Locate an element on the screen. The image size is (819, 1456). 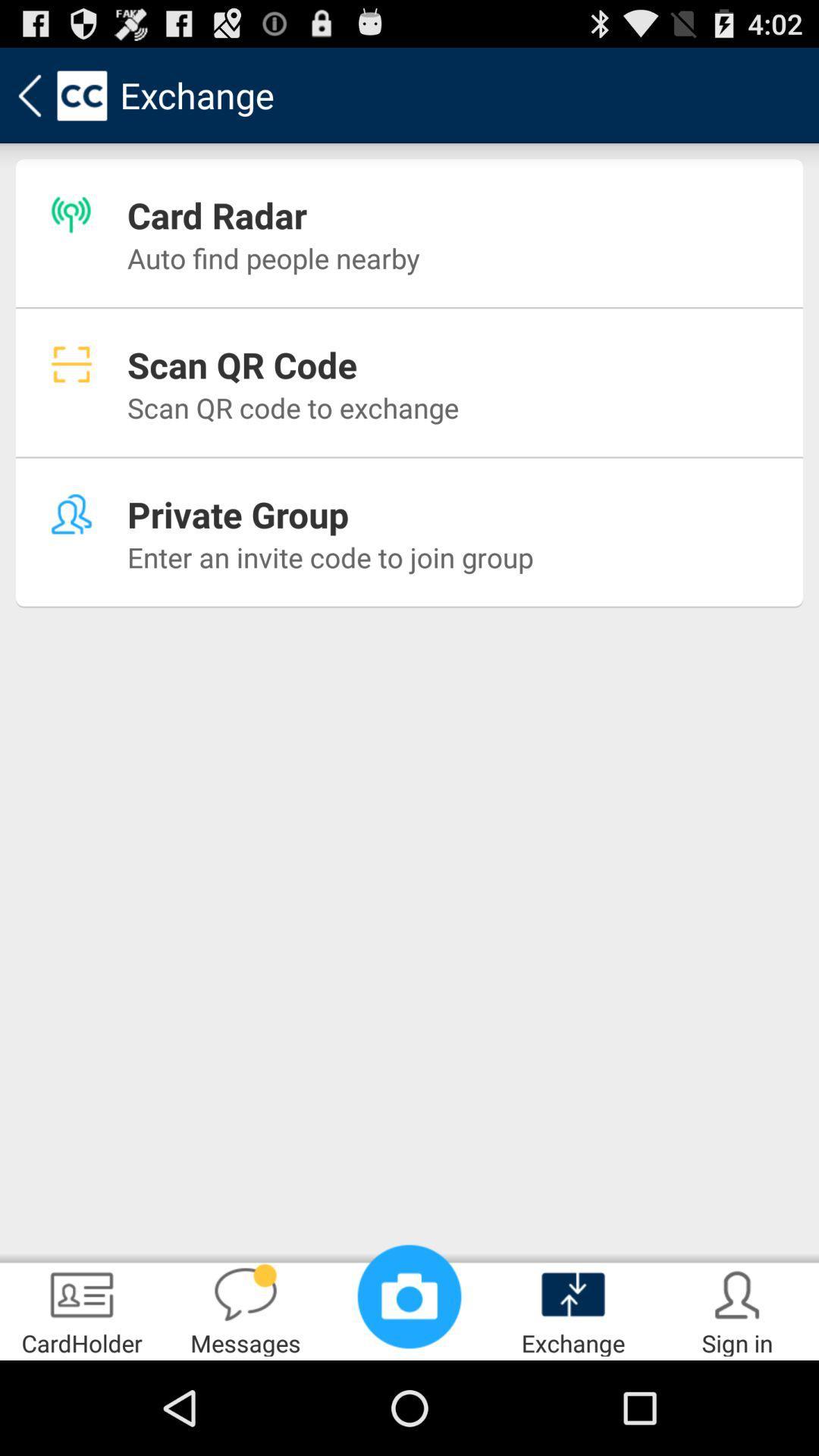
the item at the bottom is located at coordinates (409, 1295).